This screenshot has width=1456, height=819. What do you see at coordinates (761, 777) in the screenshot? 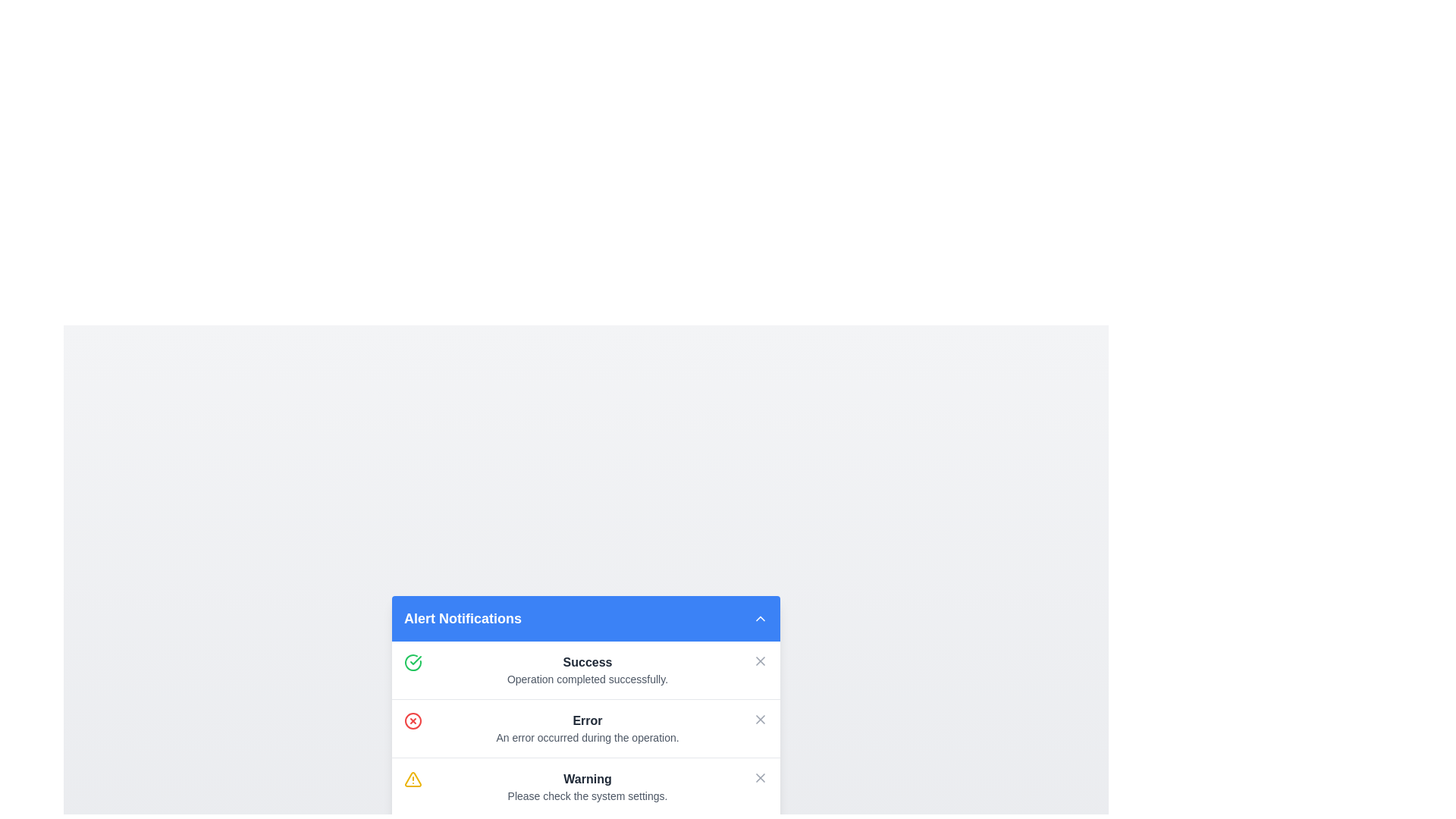
I see `the close button located at the top-right corner of the 'Warning' notification card` at bounding box center [761, 777].